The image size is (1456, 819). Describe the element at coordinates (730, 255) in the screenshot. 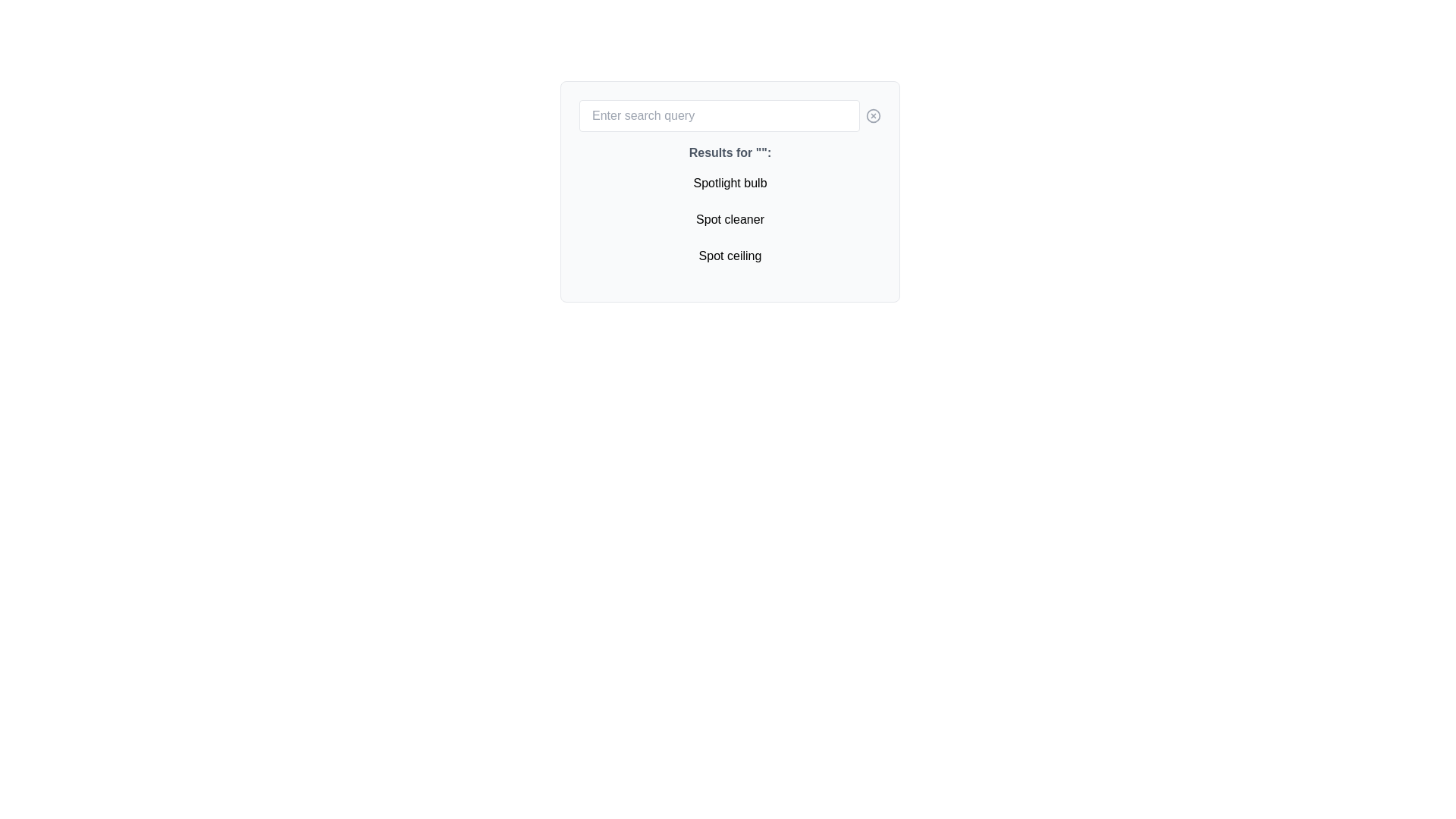

I see `the fourth character 'i' in the word 'ceiling' of the search result 'Spot ceiling', which is part of the third list item` at that location.